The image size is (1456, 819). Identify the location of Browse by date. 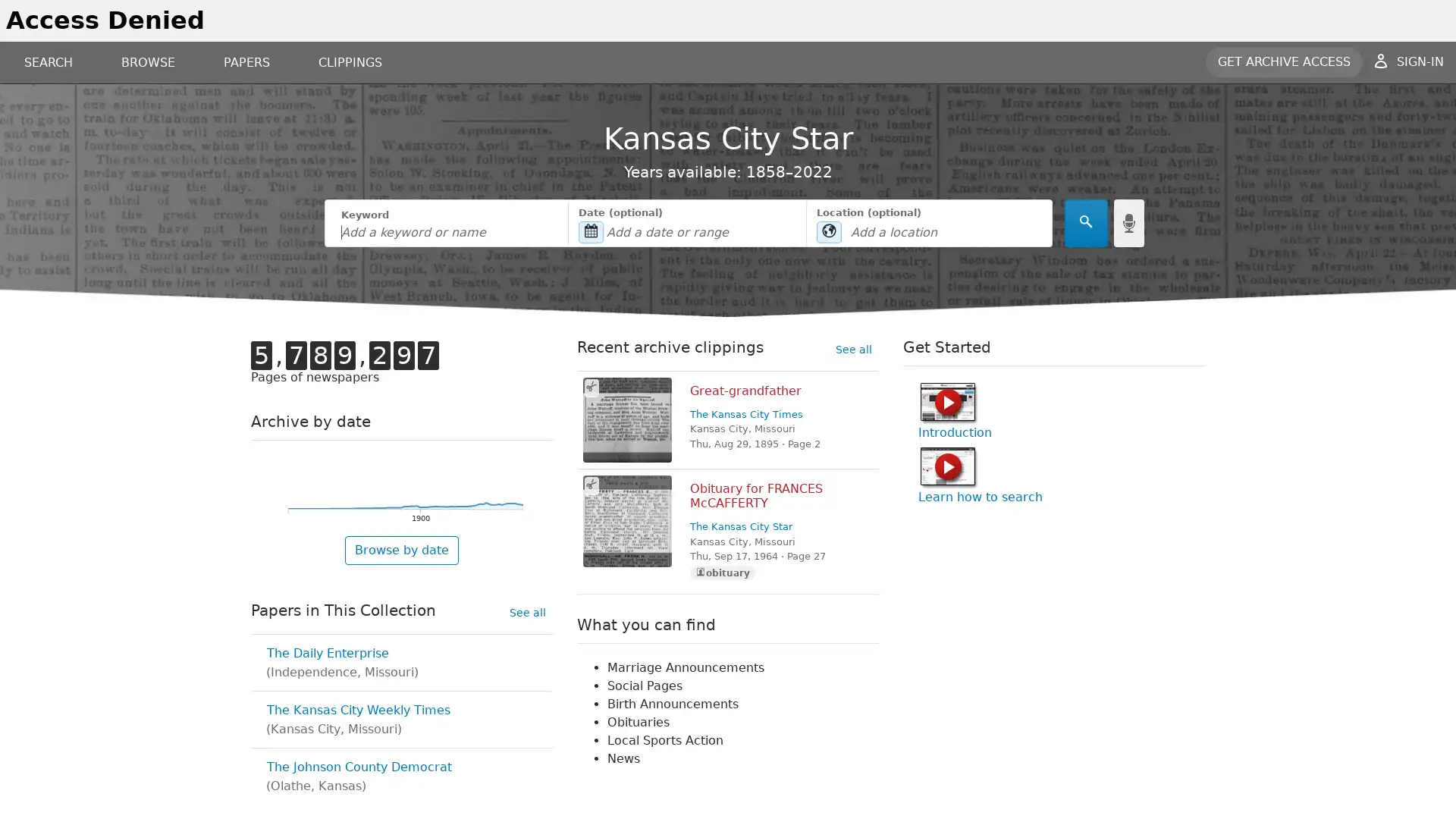
(401, 550).